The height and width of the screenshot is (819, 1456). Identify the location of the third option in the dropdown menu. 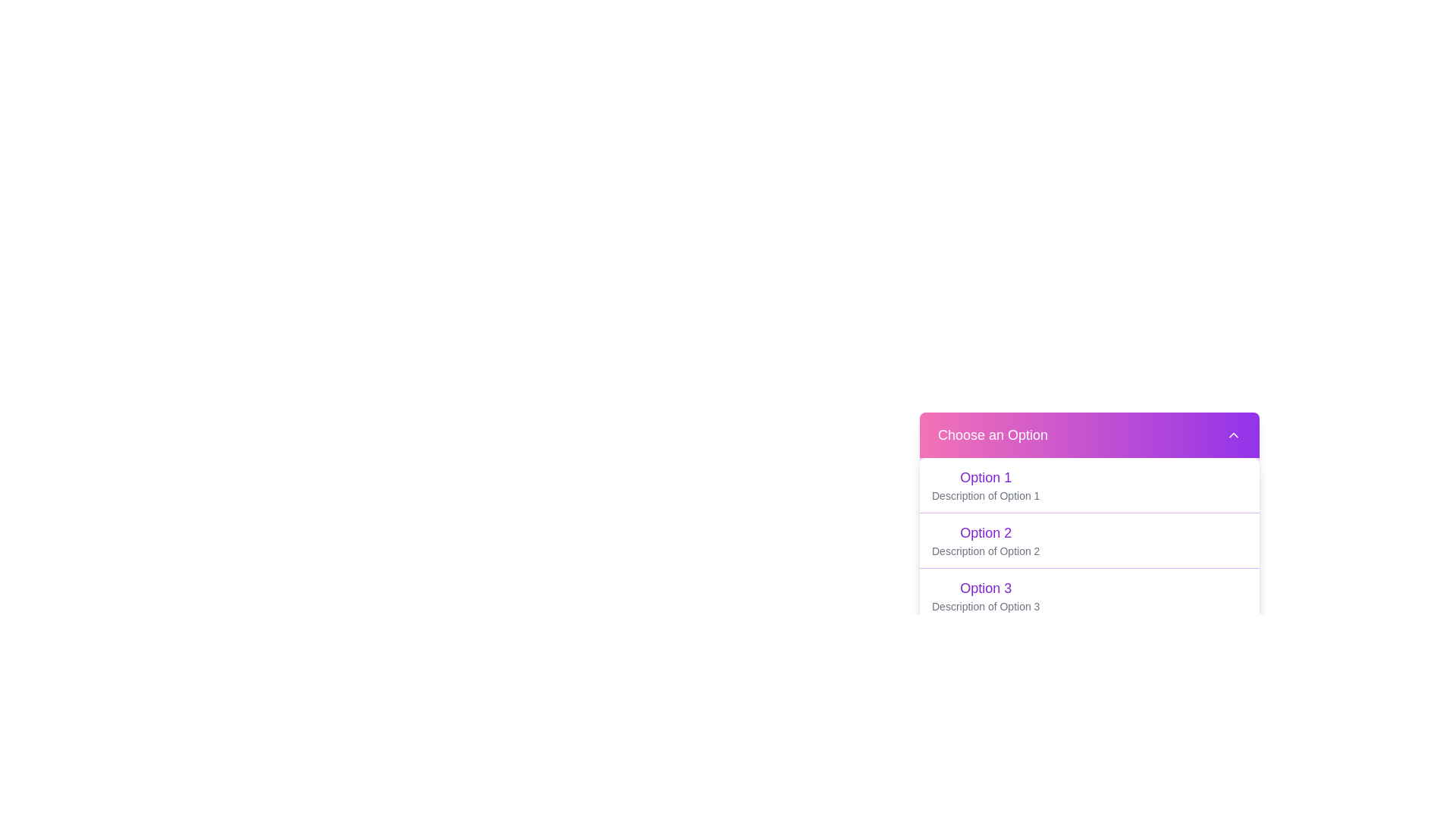
(986, 595).